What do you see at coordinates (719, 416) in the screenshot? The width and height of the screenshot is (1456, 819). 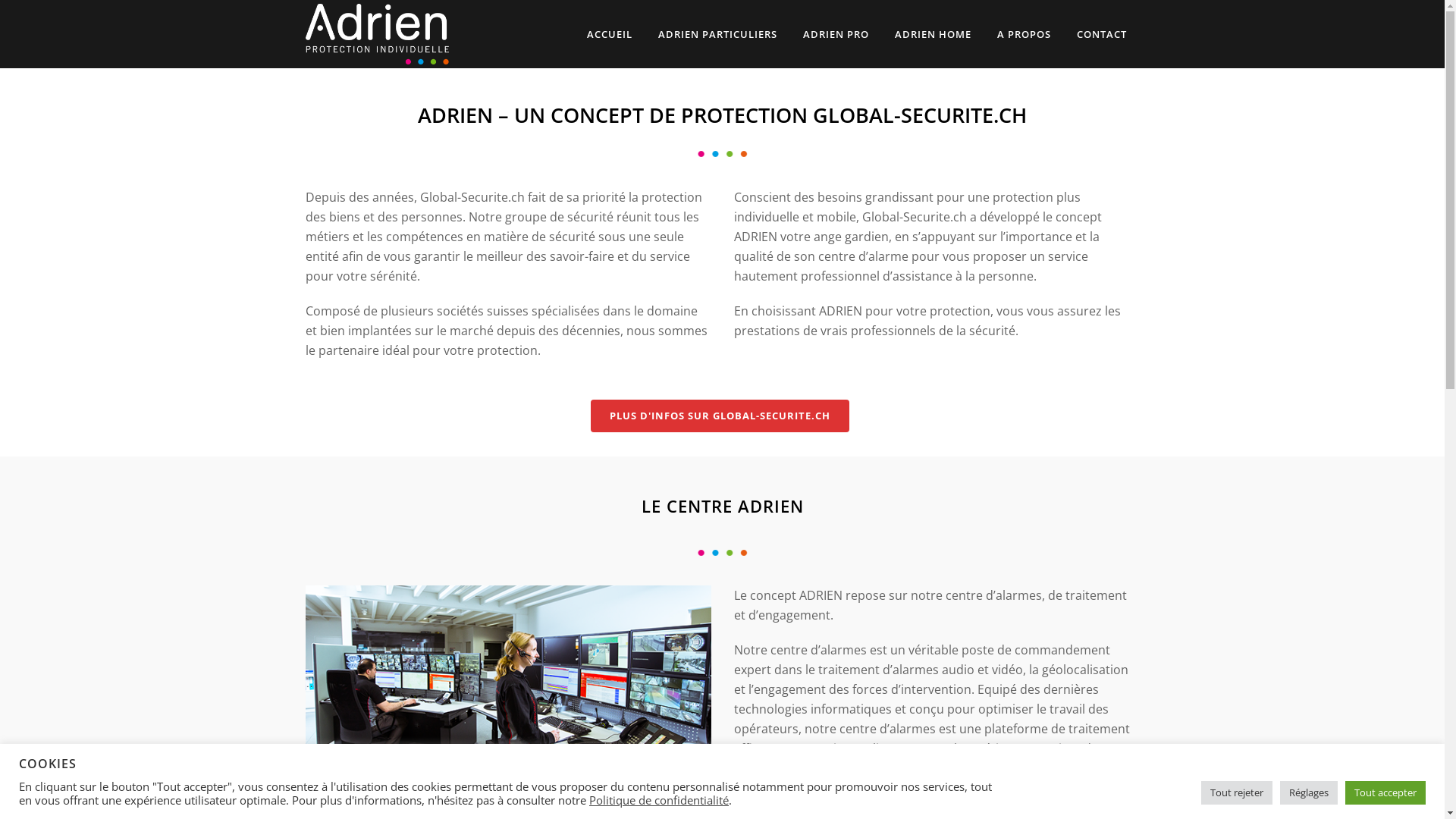 I see `'PLUS D'INFOS SUR GLOBAL-SECURITE.CH'` at bounding box center [719, 416].